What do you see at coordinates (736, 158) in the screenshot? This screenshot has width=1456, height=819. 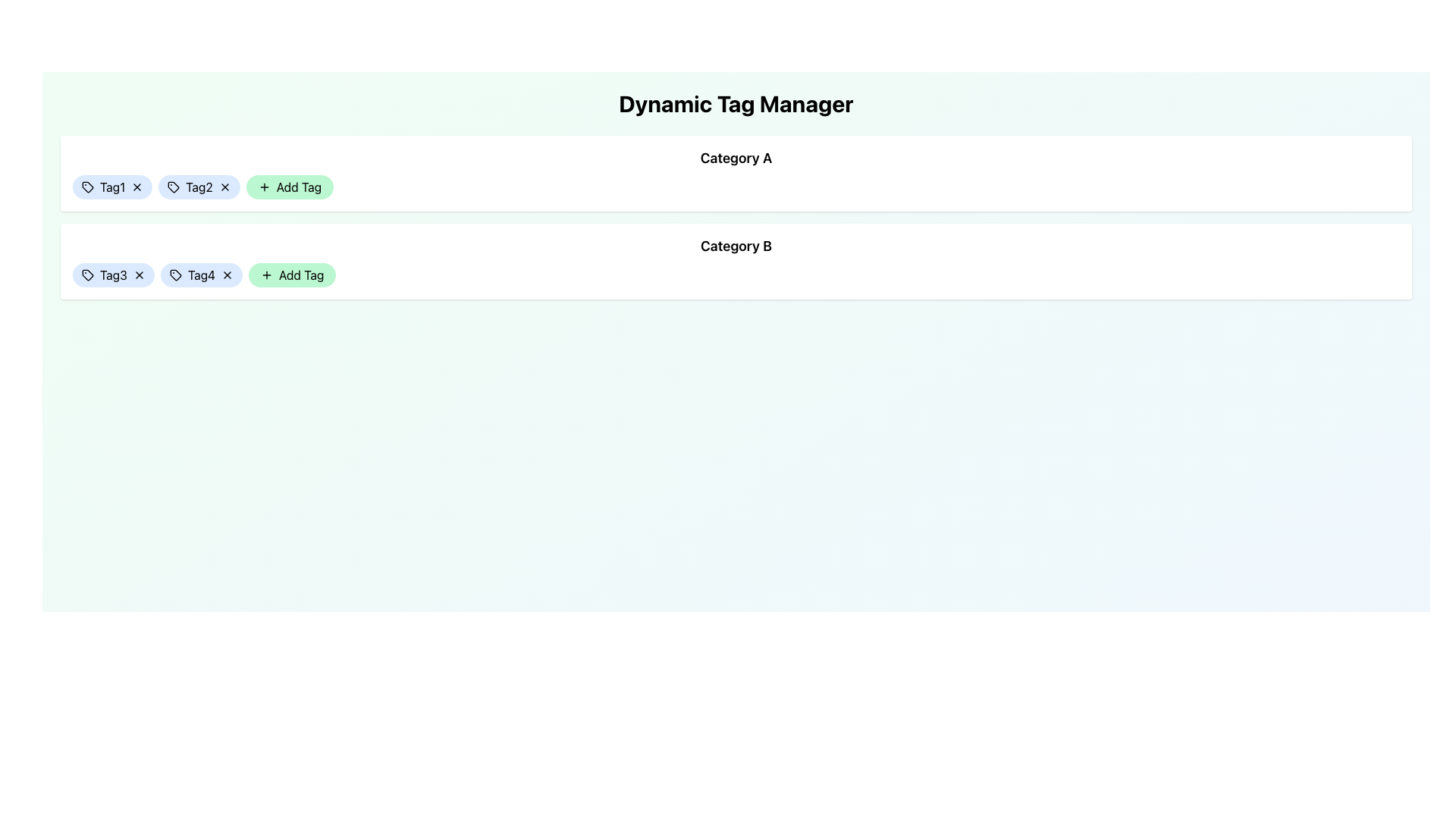 I see `the Static Text Label that serves as the title for the 'Dynamic Tag Manager' section, indicating the category associated with the tags and actions contained within` at bounding box center [736, 158].